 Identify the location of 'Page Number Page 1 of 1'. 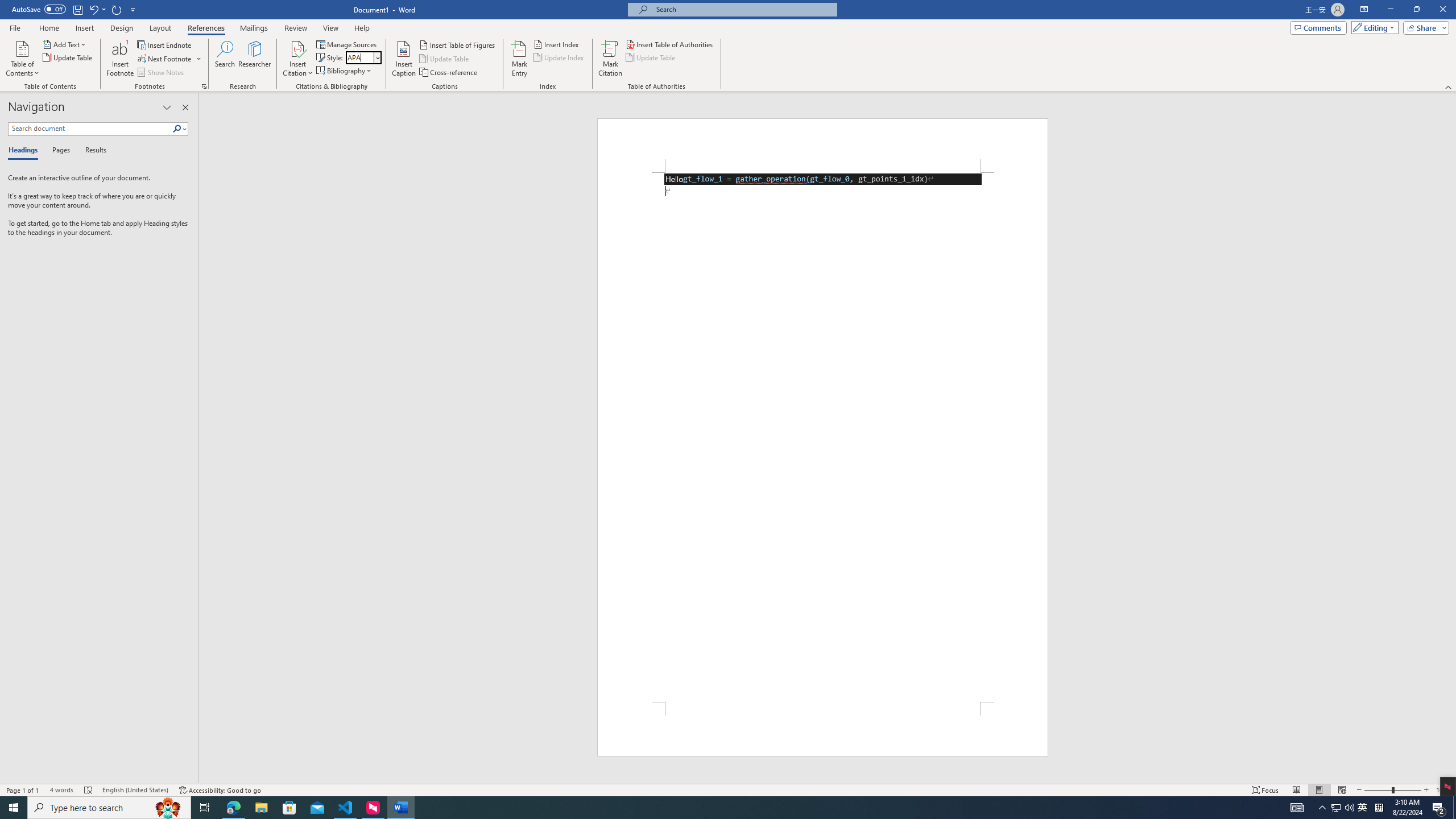
(23, 790).